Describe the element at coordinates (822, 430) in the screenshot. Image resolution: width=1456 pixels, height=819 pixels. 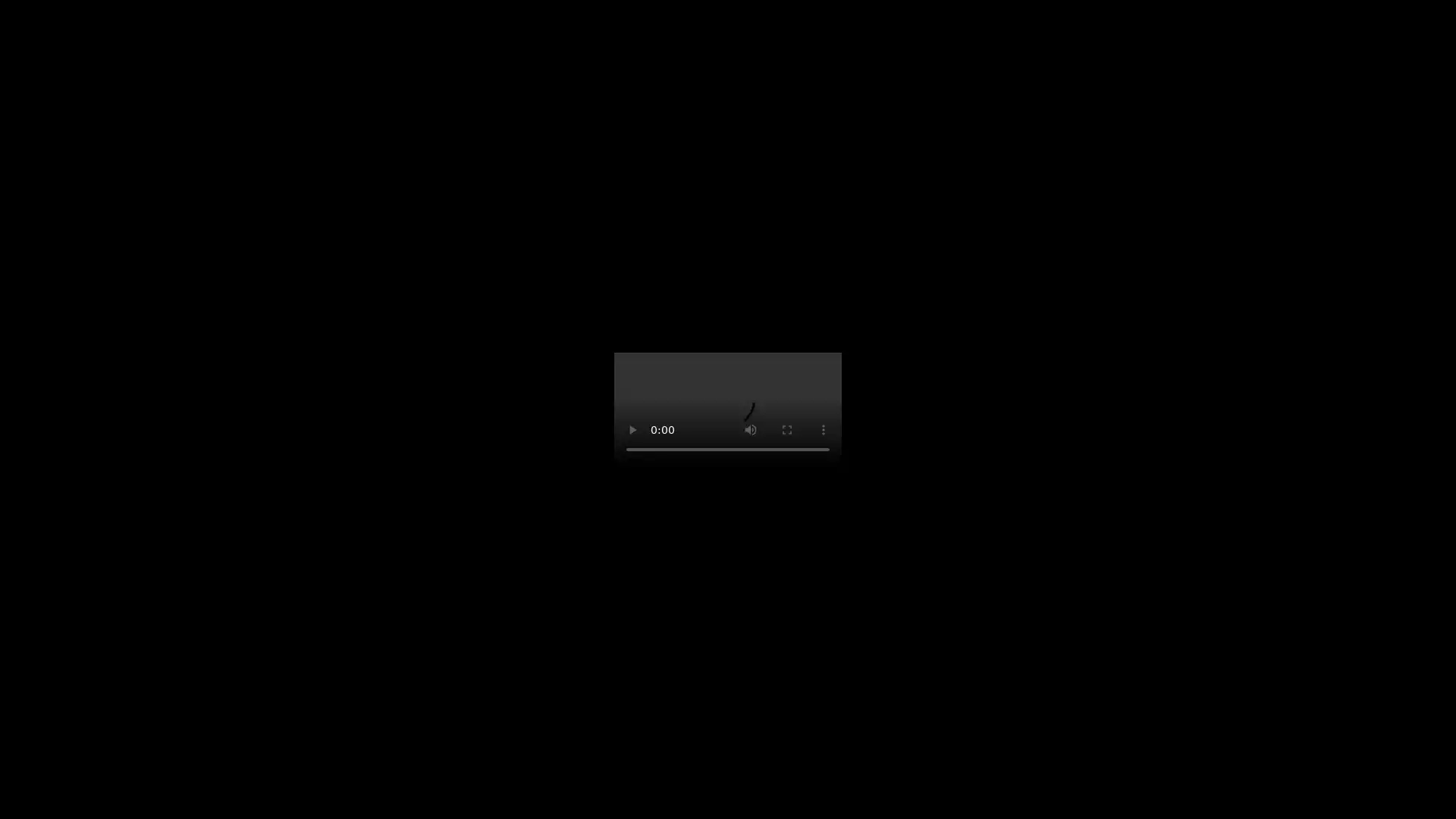
I see `show more media controls` at that location.